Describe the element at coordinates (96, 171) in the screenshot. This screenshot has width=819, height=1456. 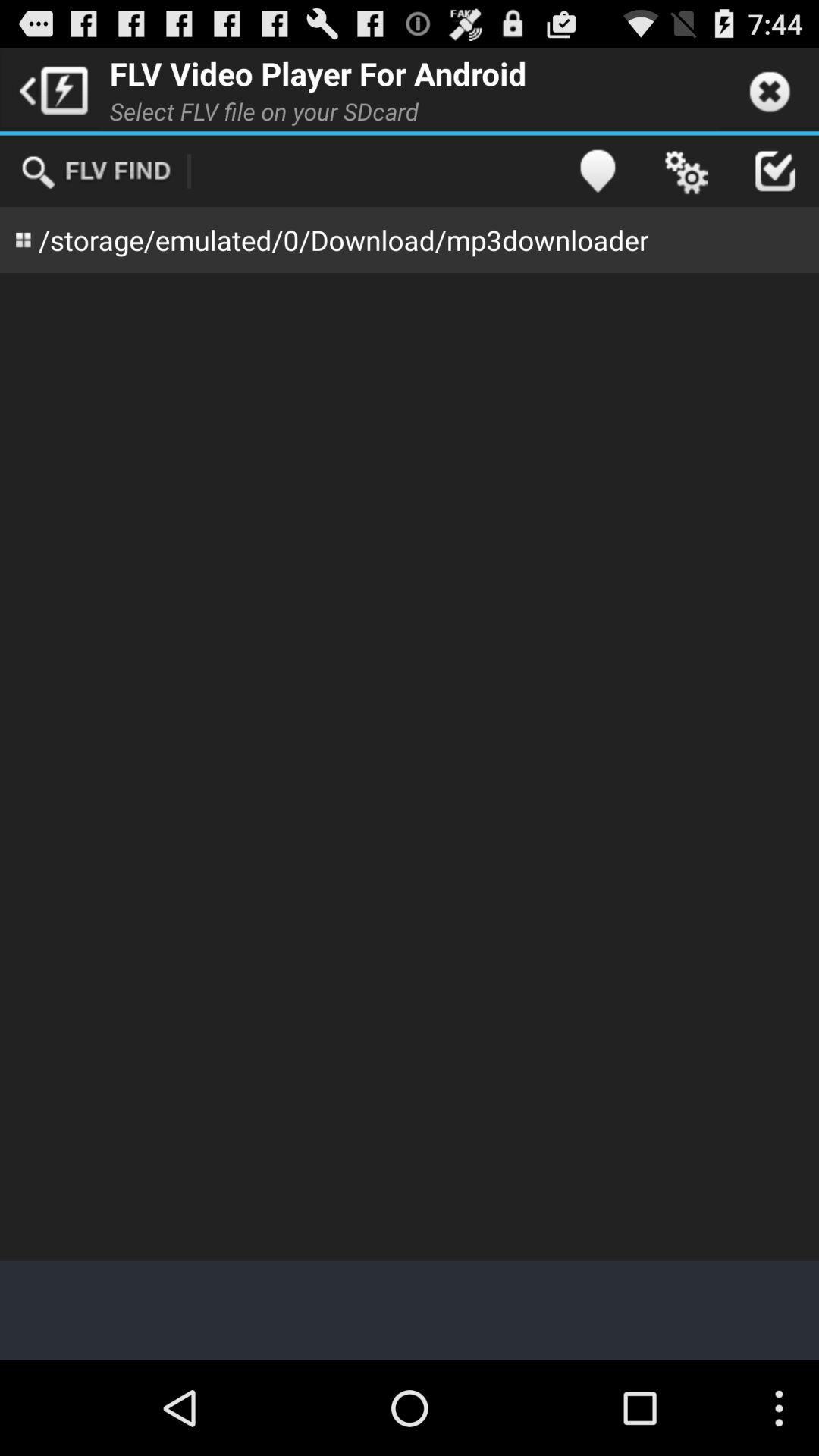
I see `icon above the storage emulated 0 item` at that location.